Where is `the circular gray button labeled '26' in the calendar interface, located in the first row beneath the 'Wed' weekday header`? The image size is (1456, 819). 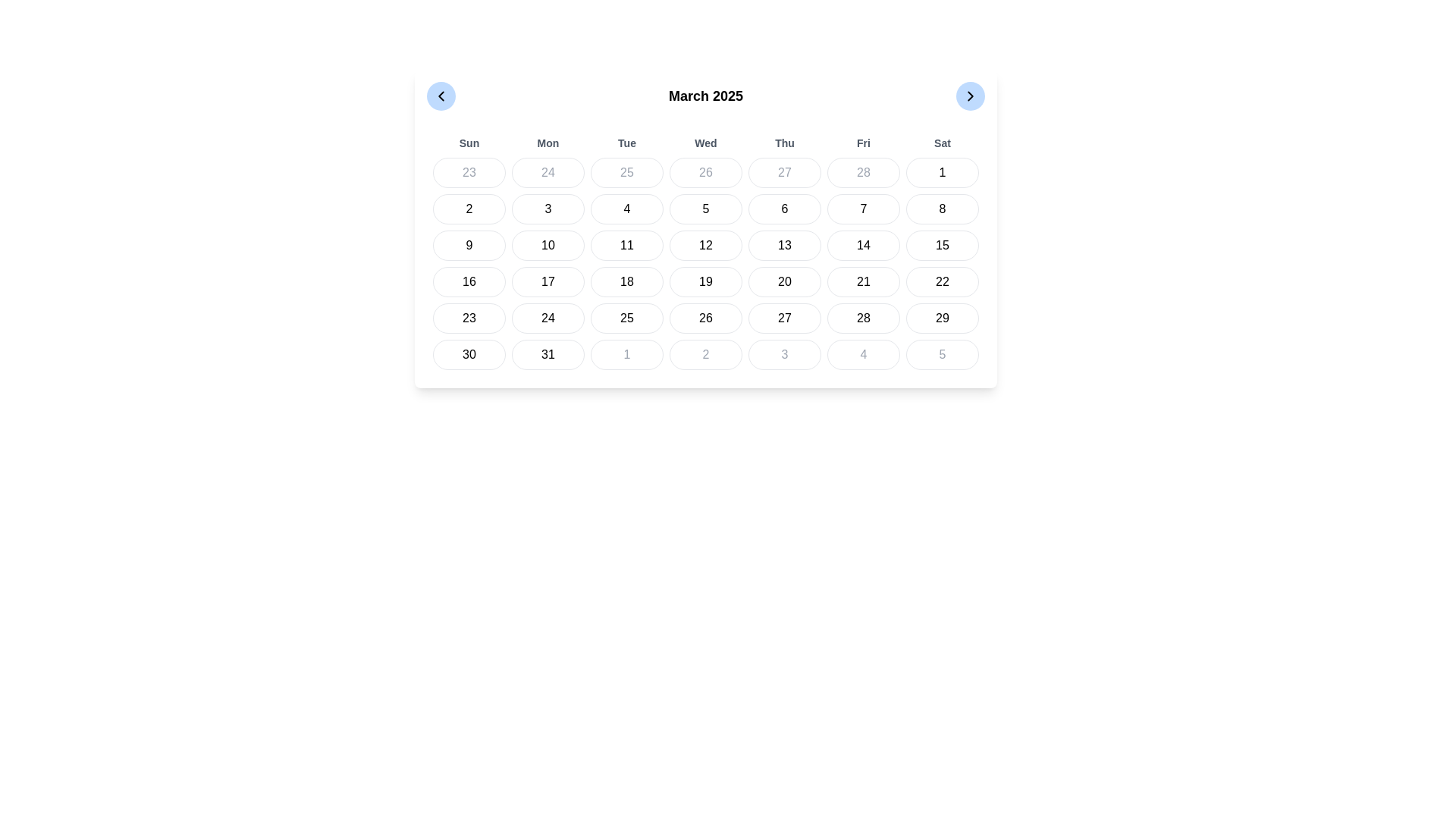 the circular gray button labeled '26' in the calendar interface, located in the first row beneath the 'Wed' weekday header is located at coordinates (705, 171).